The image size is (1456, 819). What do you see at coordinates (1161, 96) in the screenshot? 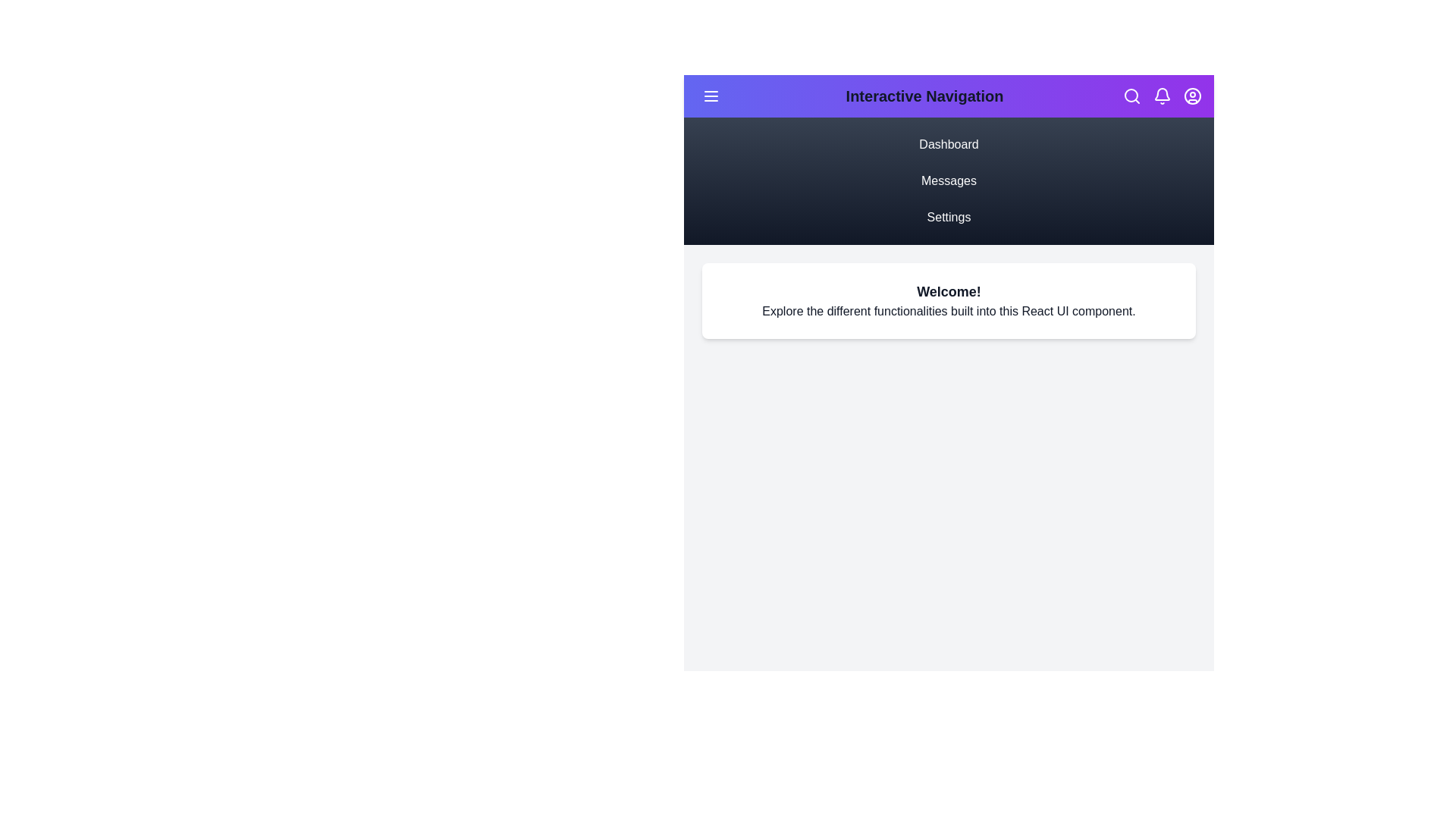
I see `the Bell icon in the action bar` at bounding box center [1161, 96].